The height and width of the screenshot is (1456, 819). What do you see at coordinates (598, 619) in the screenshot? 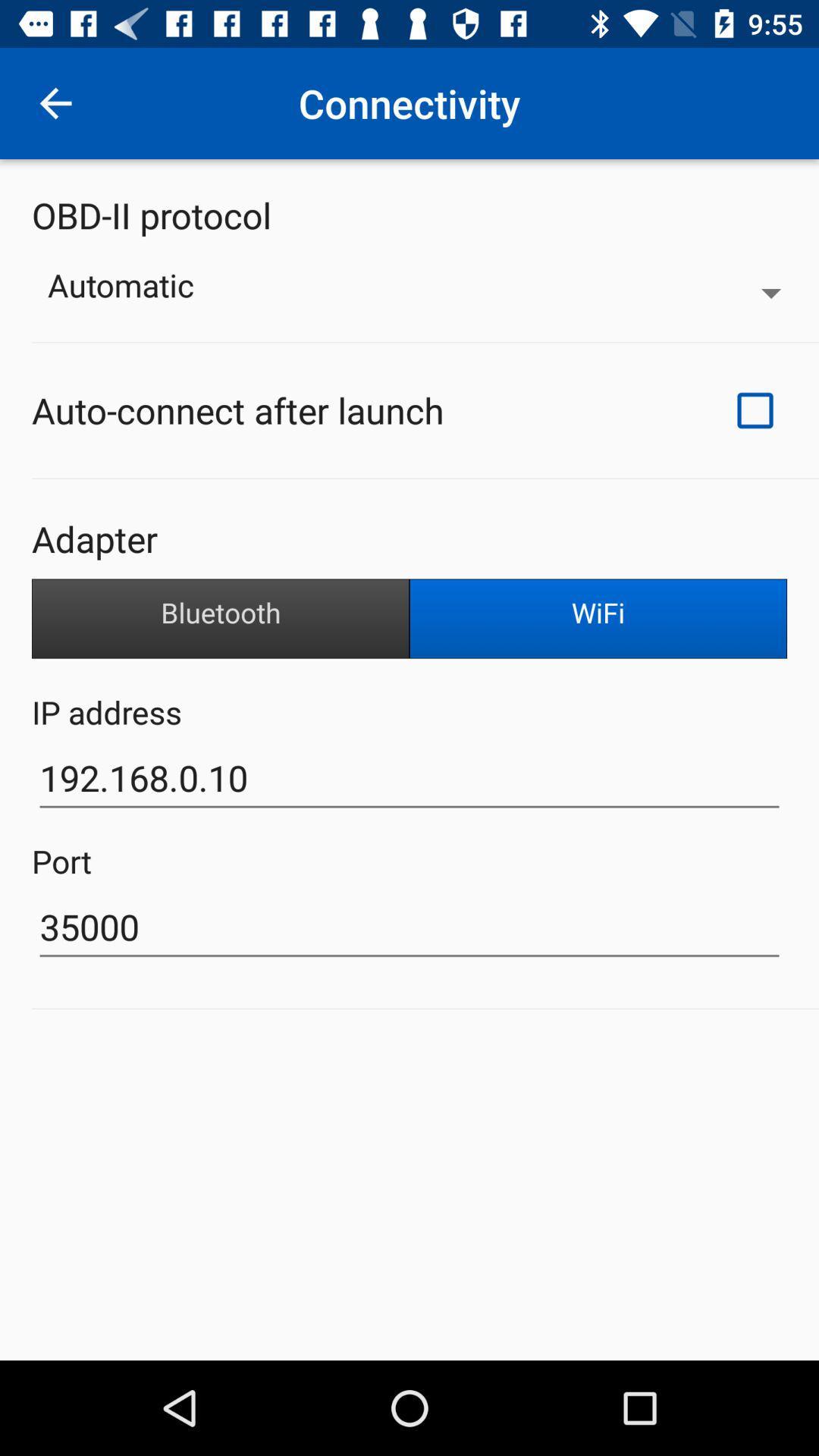
I see `the wifi` at bounding box center [598, 619].